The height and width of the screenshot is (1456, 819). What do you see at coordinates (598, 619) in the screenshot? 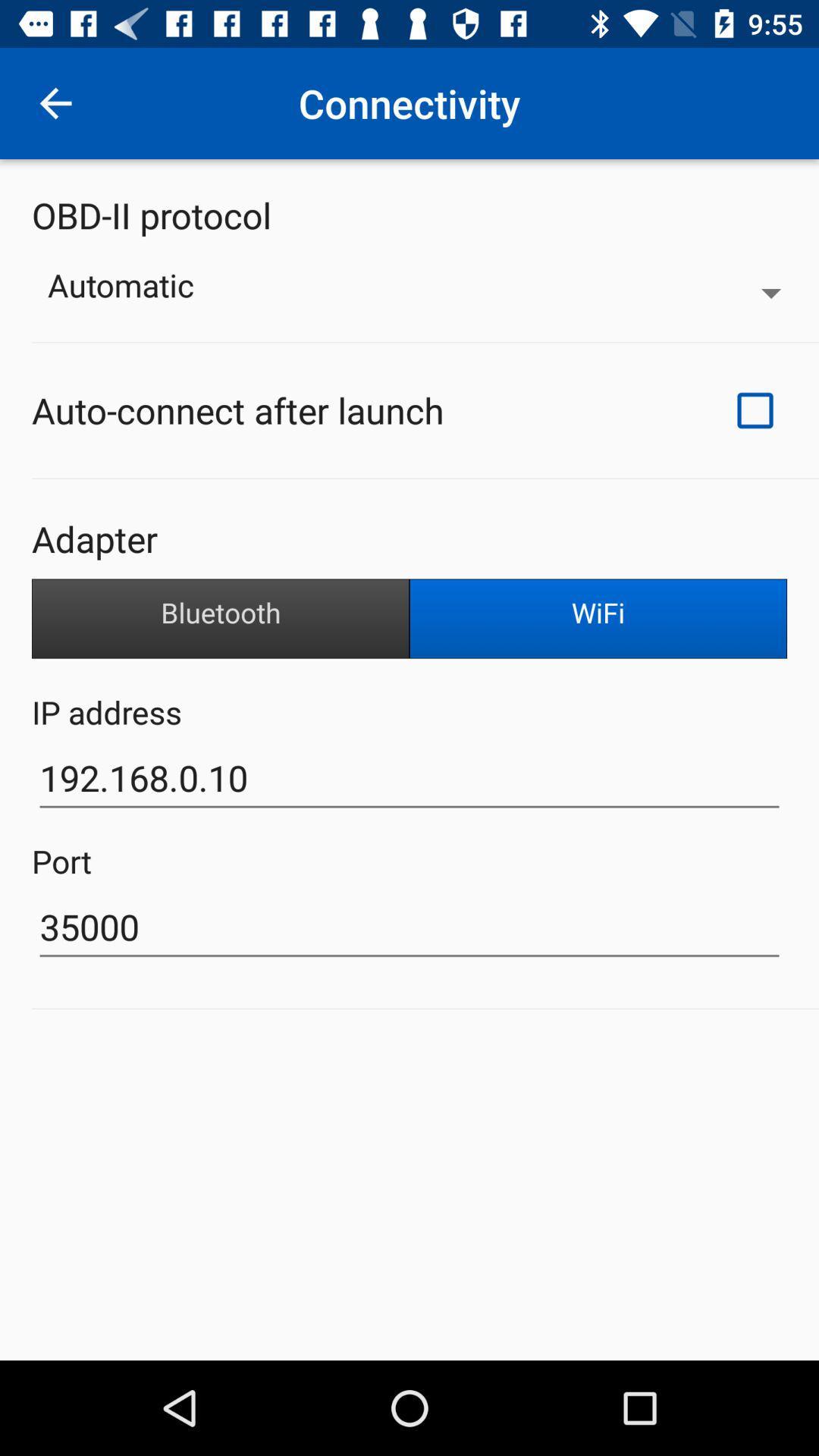
I see `the wifi` at bounding box center [598, 619].